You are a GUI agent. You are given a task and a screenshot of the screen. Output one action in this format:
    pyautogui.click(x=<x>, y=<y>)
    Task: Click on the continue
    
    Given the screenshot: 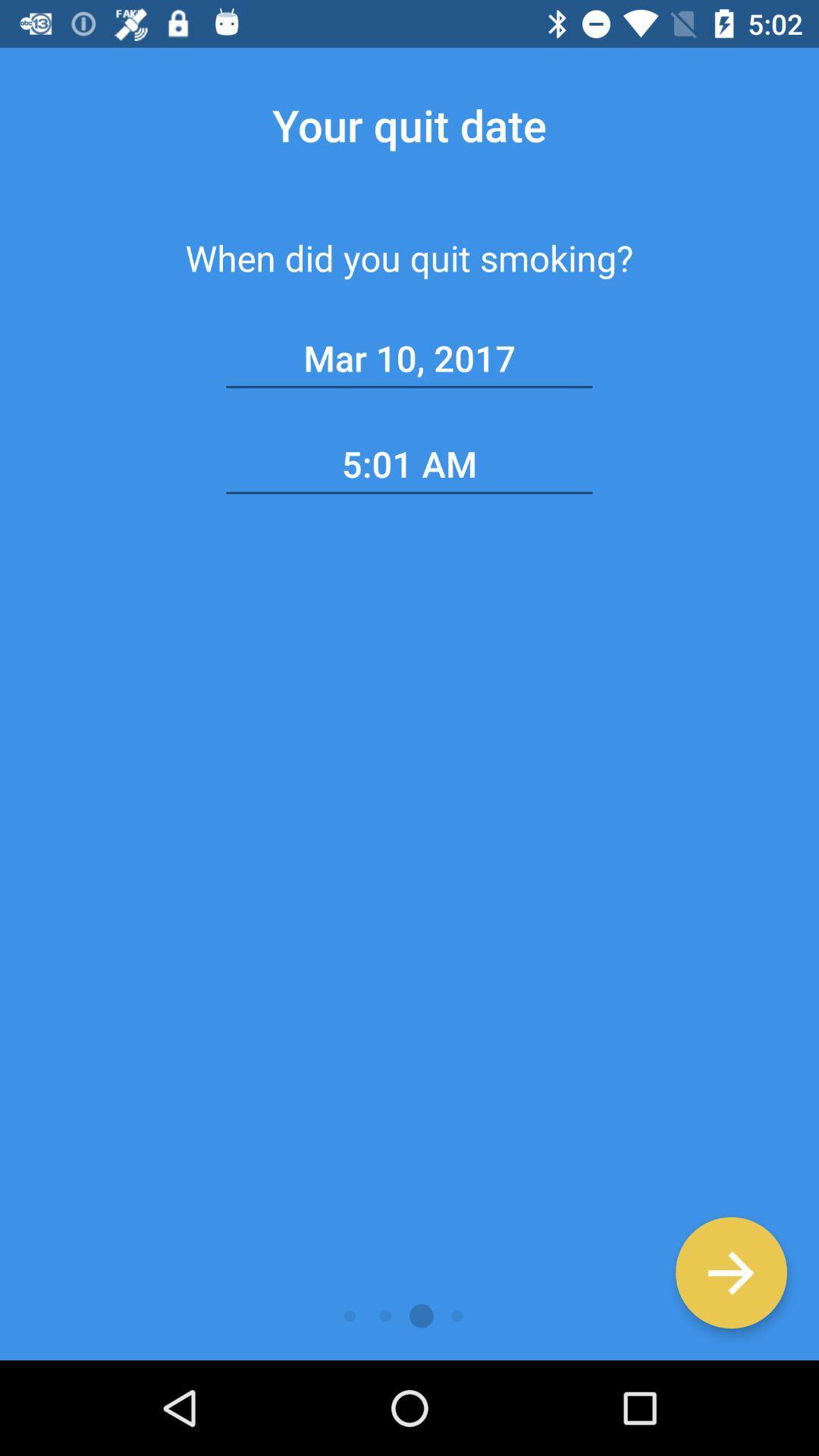 What is the action you would take?
    pyautogui.click(x=730, y=1272)
    